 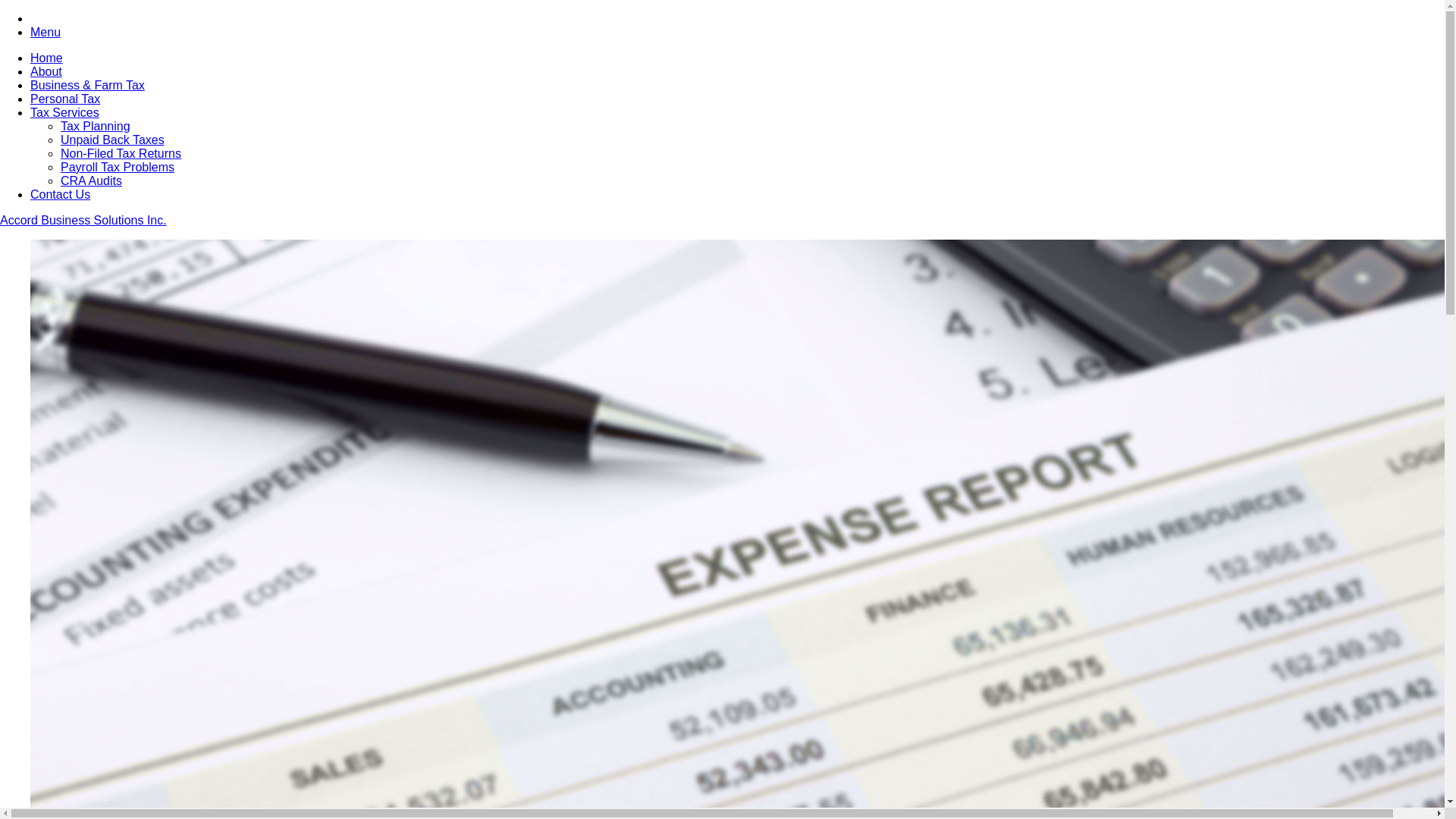 I want to click on 'Tax Planning', so click(x=61, y=125).